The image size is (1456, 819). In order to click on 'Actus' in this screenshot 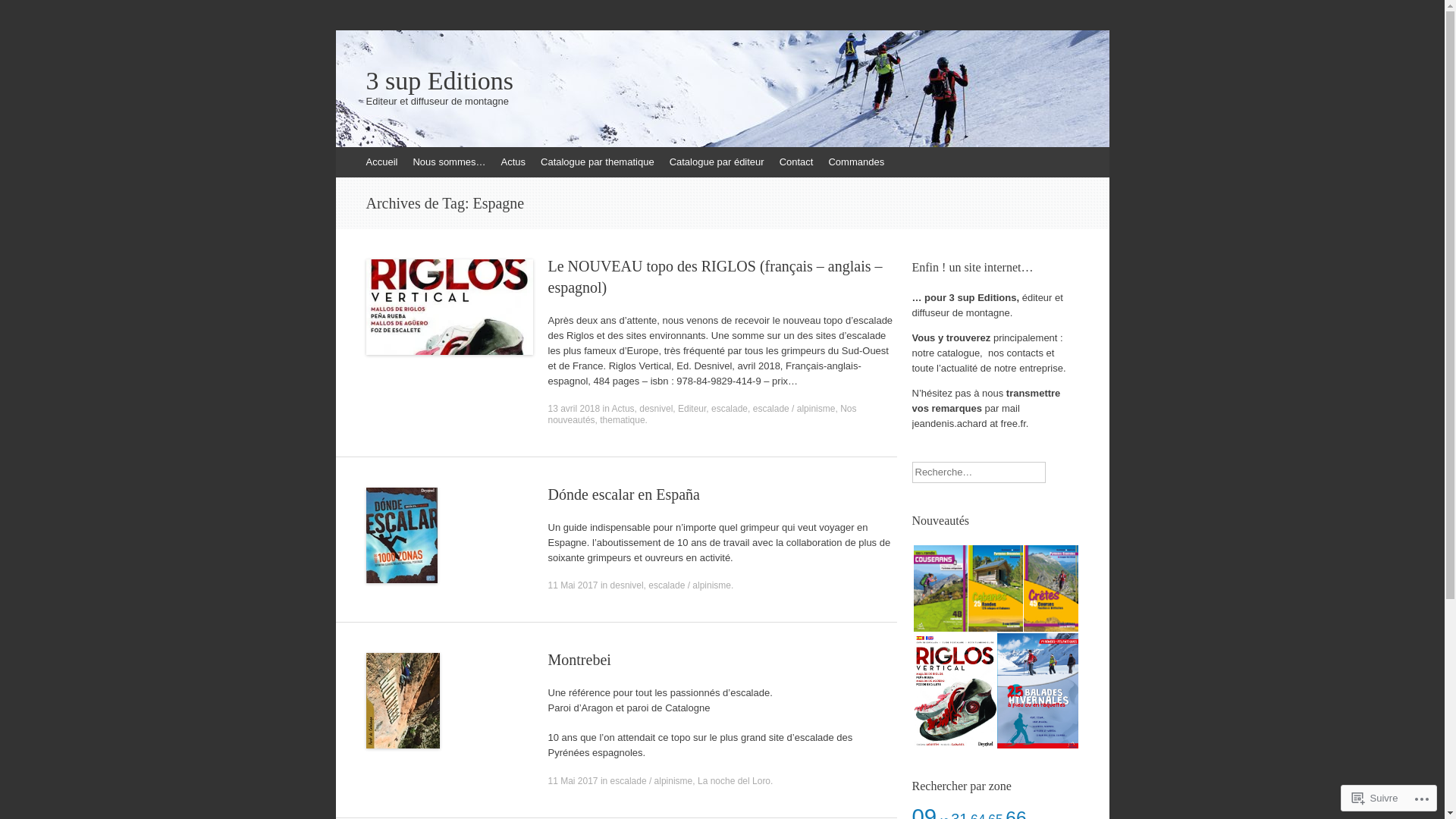, I will do `click(611, 408)`.